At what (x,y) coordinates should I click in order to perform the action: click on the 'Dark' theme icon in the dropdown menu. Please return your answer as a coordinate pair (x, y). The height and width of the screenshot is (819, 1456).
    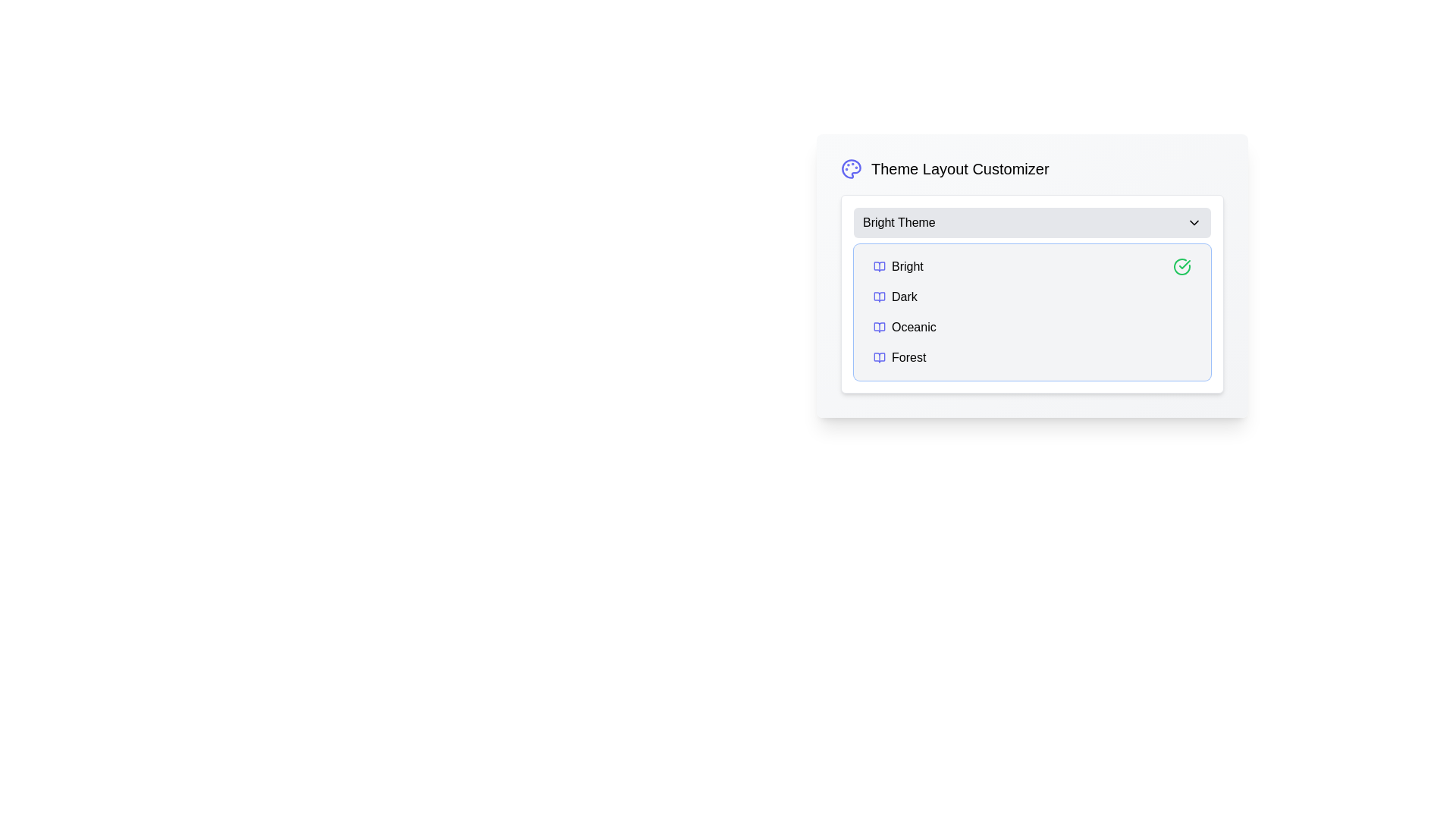
    Looking at the image, I should click on (880, 297).